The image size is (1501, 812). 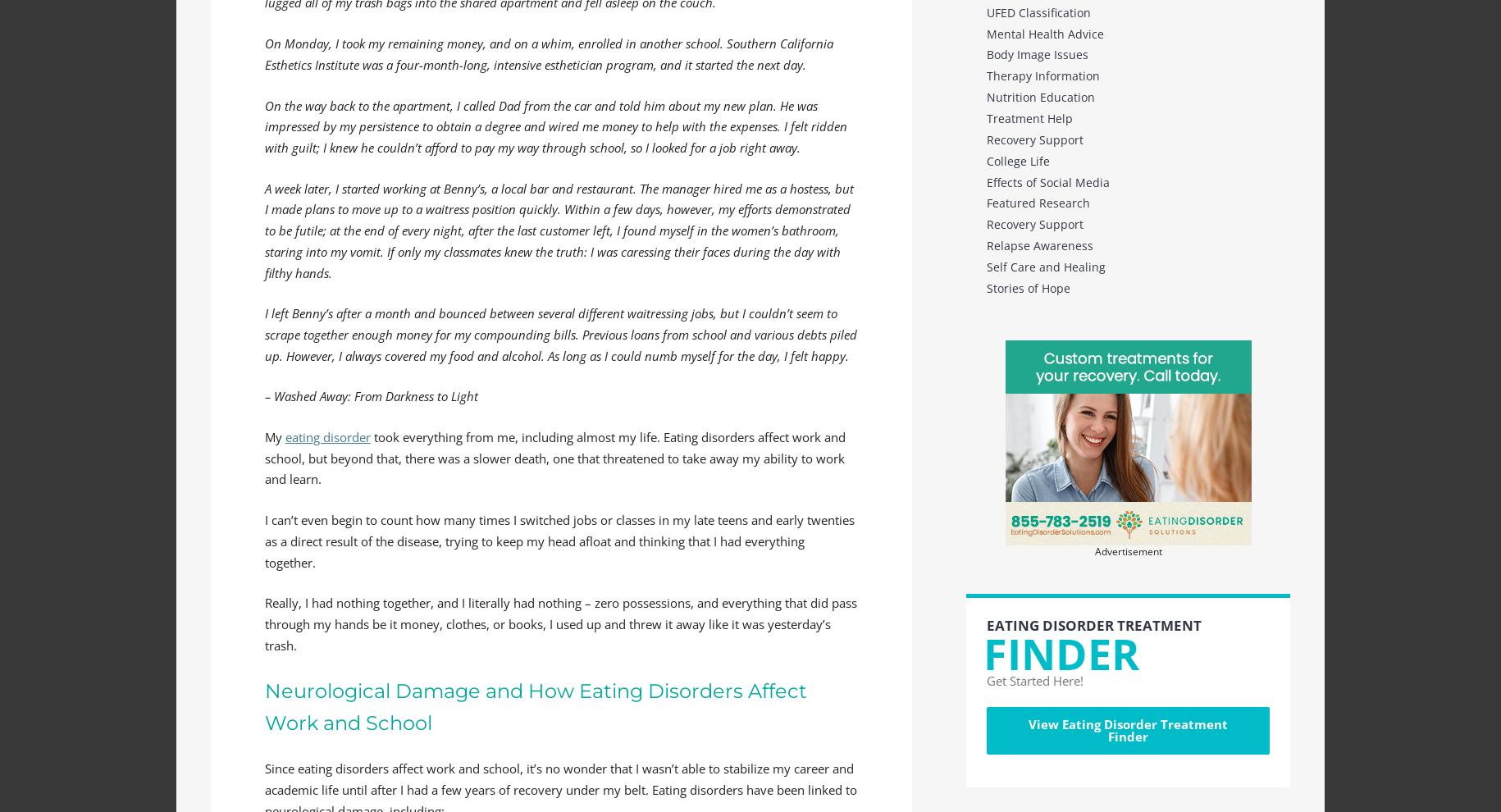 What do you see at coordinates (987, 32) in the screenshot?
I see `'Mental Health Advice'` at bounding box center [987, 32].